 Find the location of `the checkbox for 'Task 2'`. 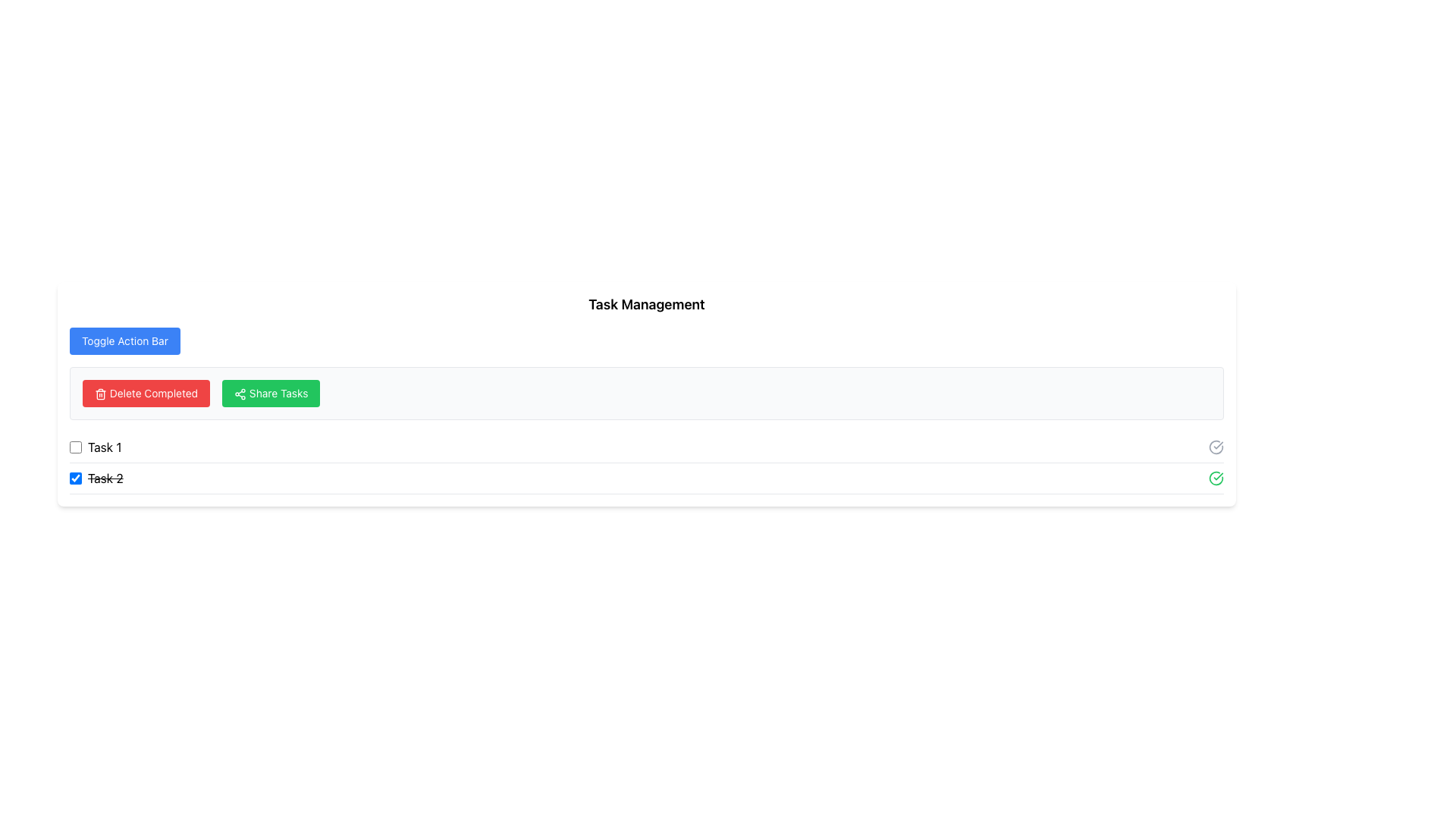

the checkbox for 'Task 2' is located at coordinates (75, 479).